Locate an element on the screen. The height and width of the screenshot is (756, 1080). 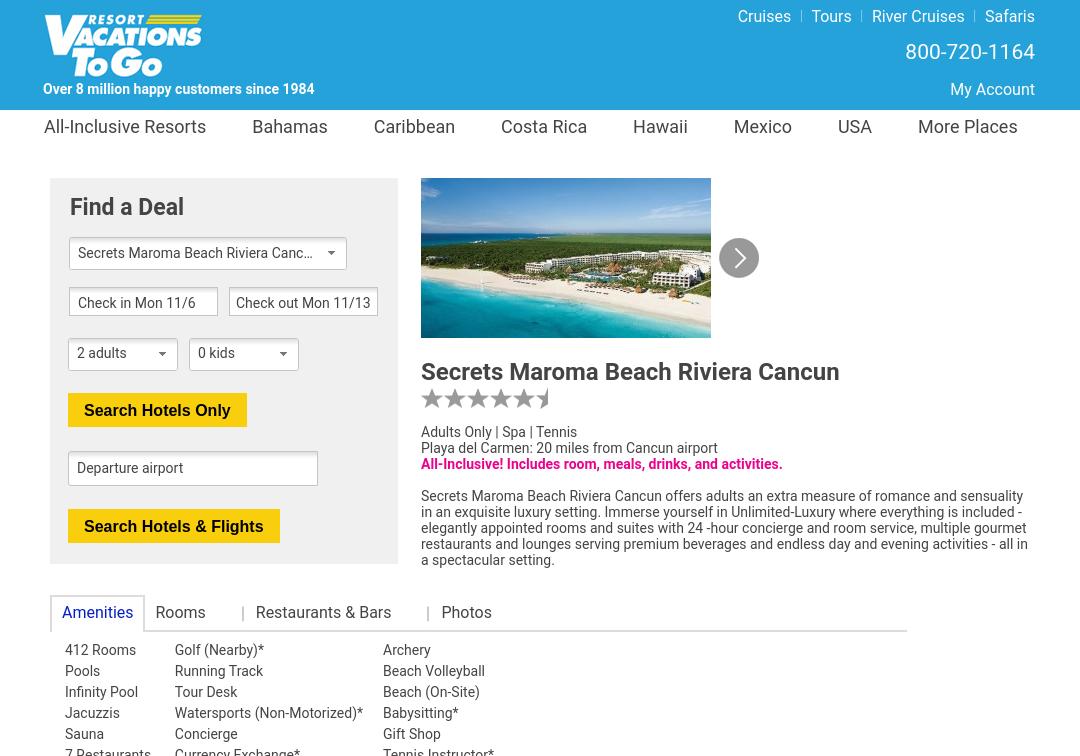
'All-Inclusive! Includes room, meals, drinks, and activities.' is located at coordinates (600, 464).